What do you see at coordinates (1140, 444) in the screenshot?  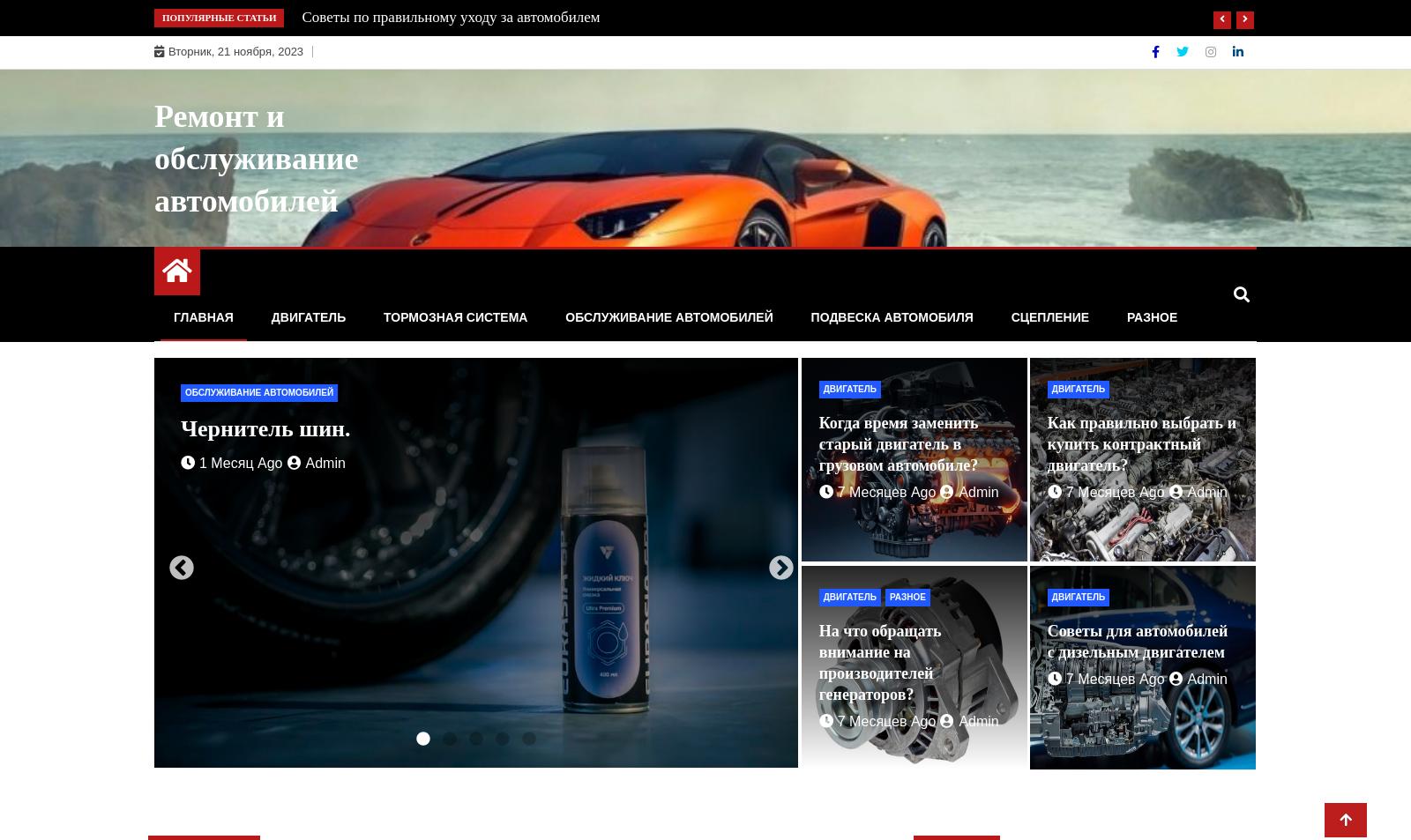 I see `'Как правильно выбрать и купить контрактный двигатель?'` at bounding box center [1140, 444].